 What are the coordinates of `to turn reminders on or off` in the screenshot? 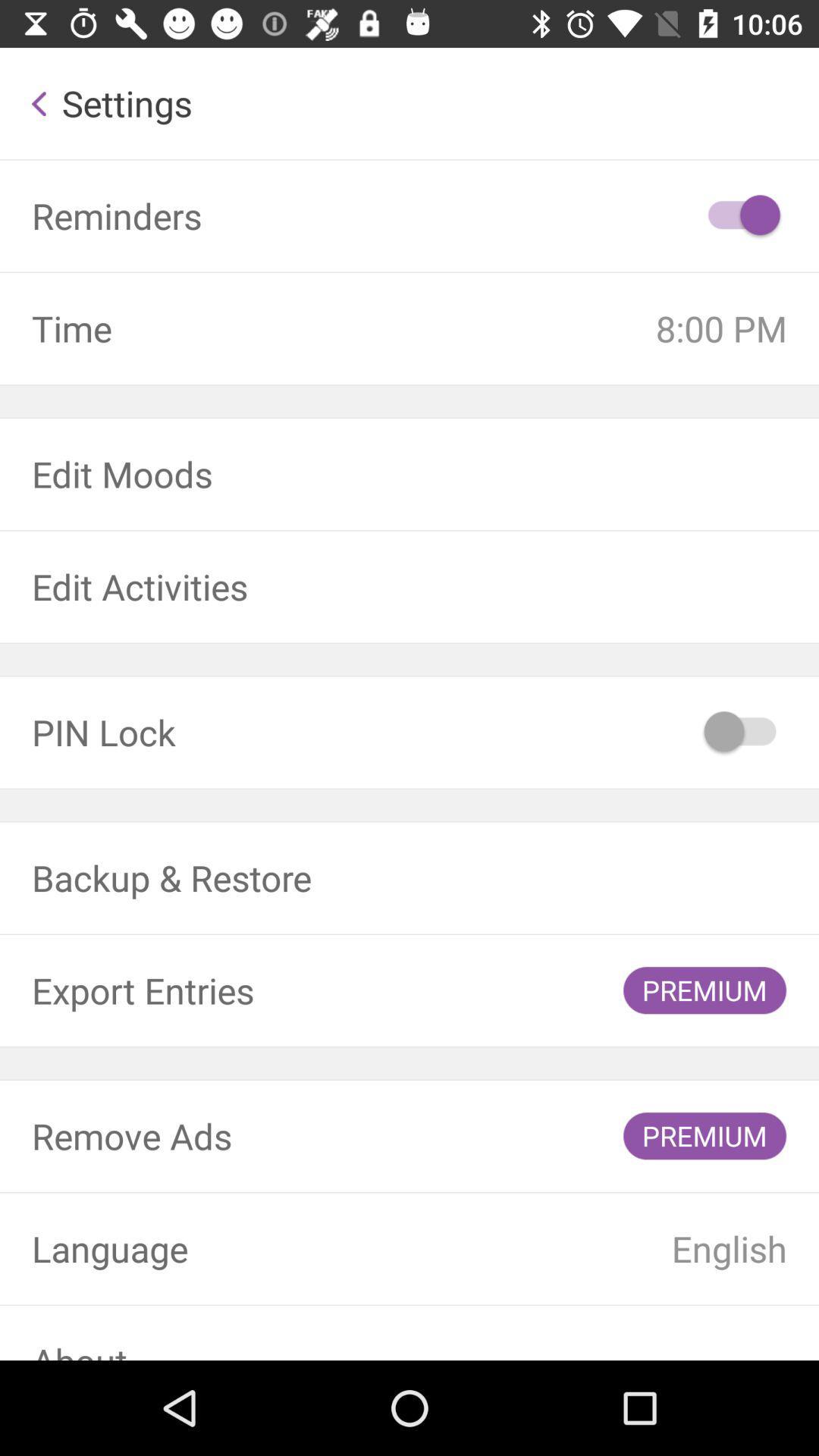 It's located at (741, 215).